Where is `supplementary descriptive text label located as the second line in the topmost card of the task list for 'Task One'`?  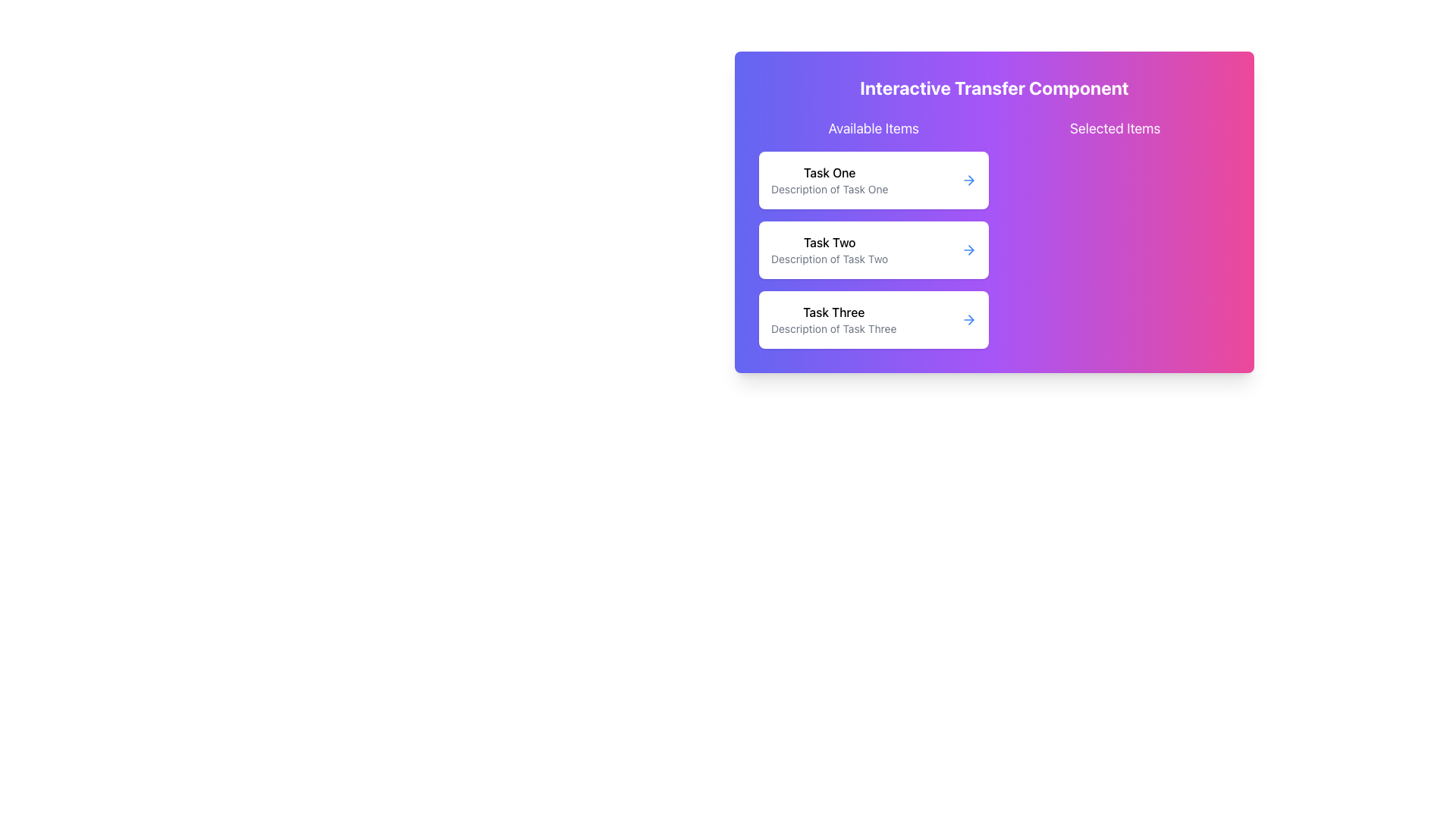
supplementary descriptive text label located as the second line in the topmost card of the task list for 'Task One' is located at coordinates (829, 189).